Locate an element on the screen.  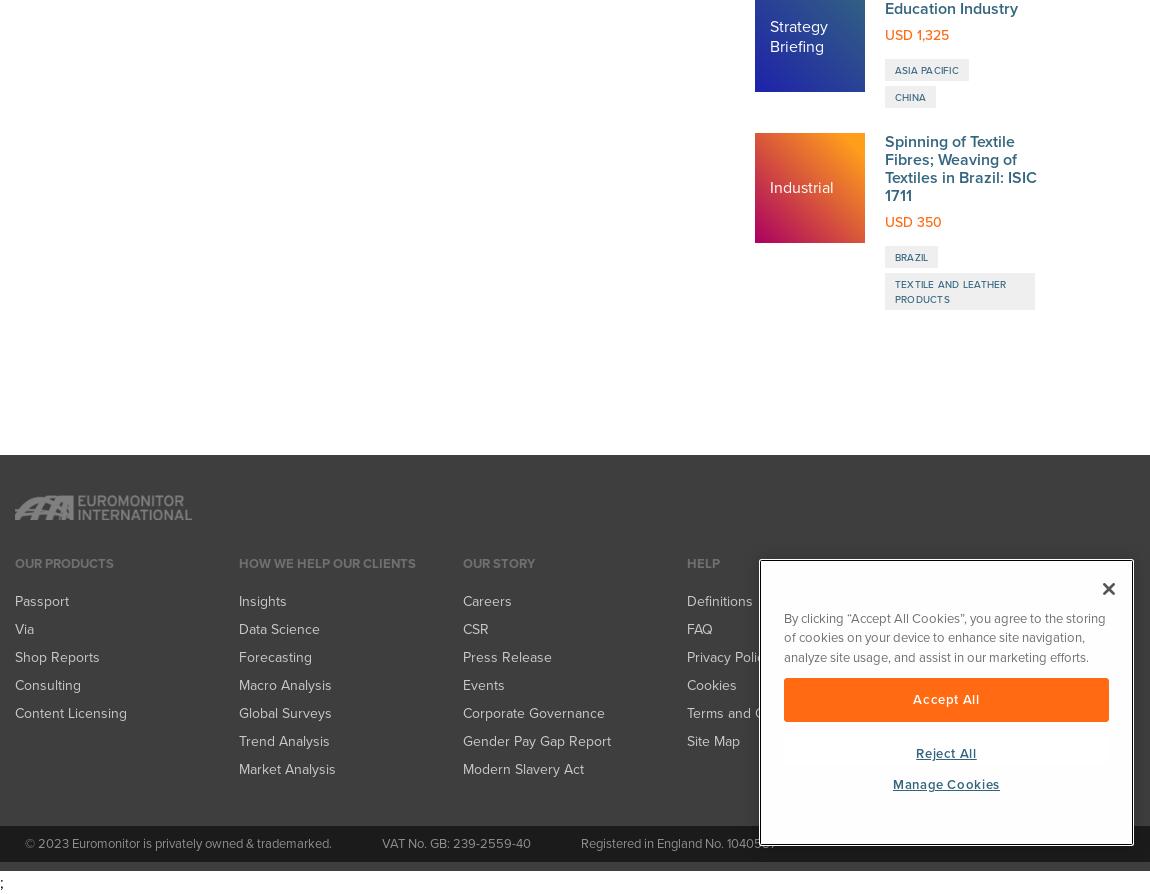
'Trend Analysis' is located at coordinates (237, 90).